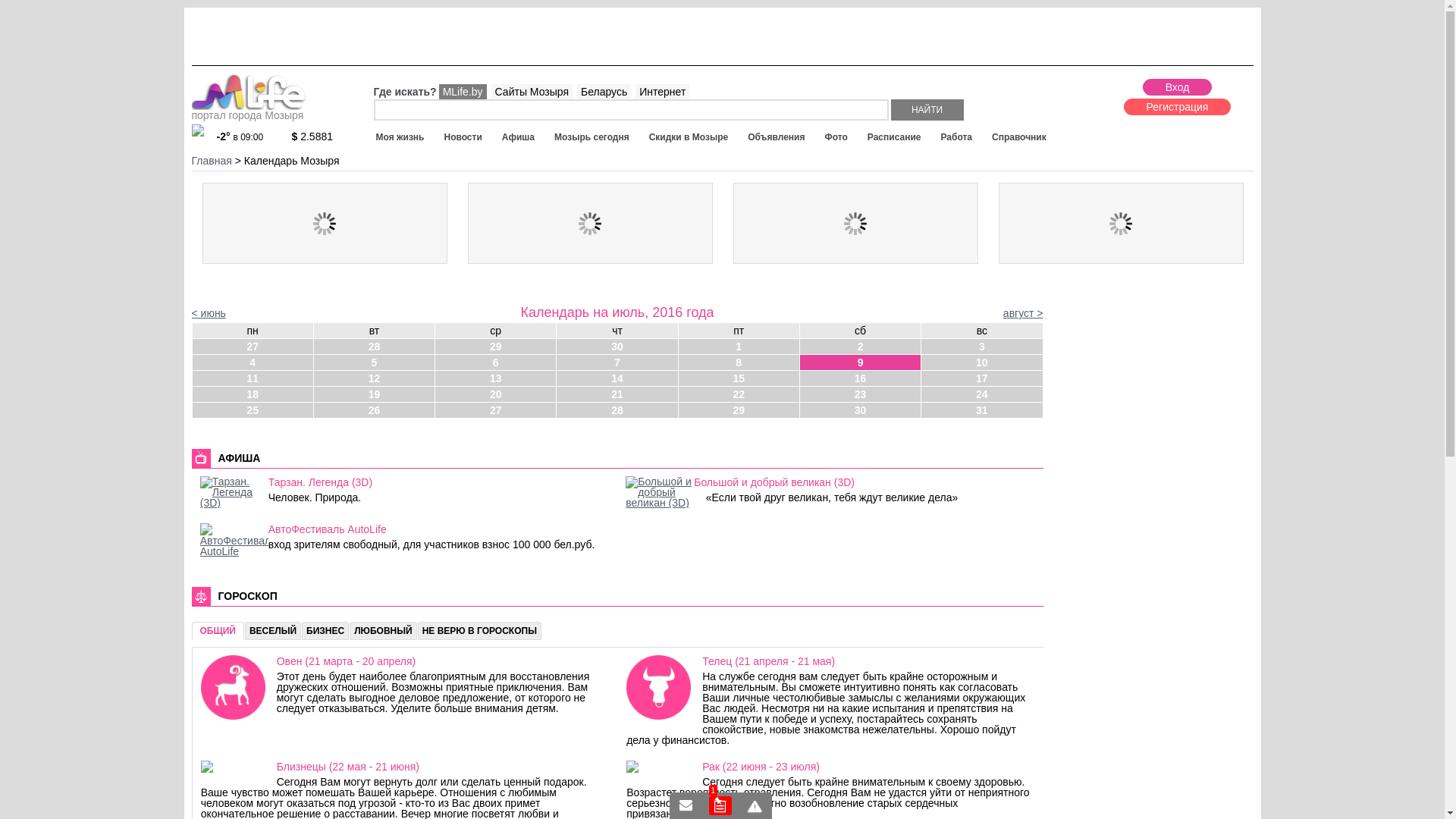 The height and width of the screenshot is (819, 1456). What do you see at coordinates (374, 362) in the screenshot?
I see `'5'` at bounding box center [374, 362].